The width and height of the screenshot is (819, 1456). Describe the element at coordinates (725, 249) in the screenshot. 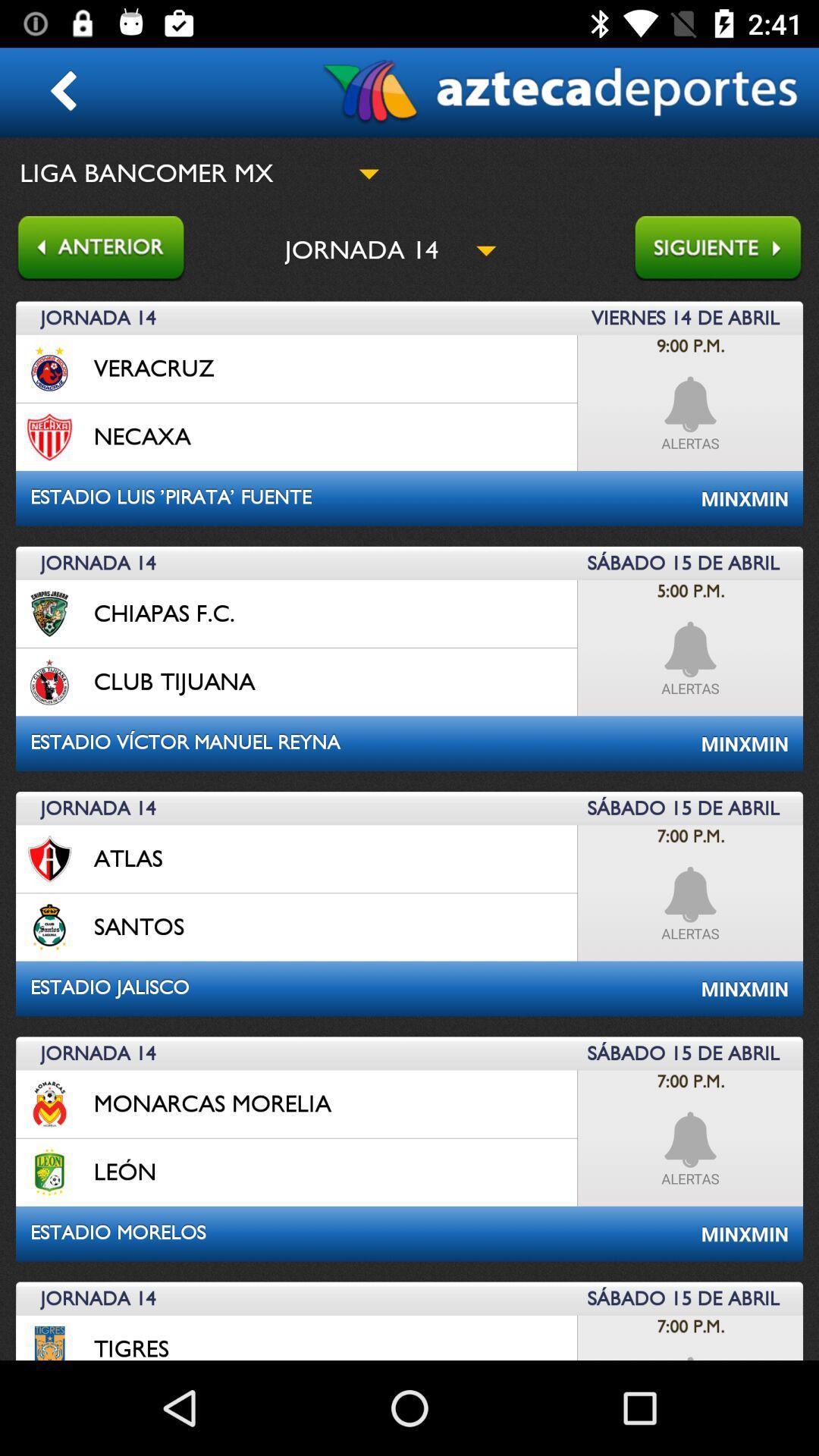

I see `go forward` at that location.